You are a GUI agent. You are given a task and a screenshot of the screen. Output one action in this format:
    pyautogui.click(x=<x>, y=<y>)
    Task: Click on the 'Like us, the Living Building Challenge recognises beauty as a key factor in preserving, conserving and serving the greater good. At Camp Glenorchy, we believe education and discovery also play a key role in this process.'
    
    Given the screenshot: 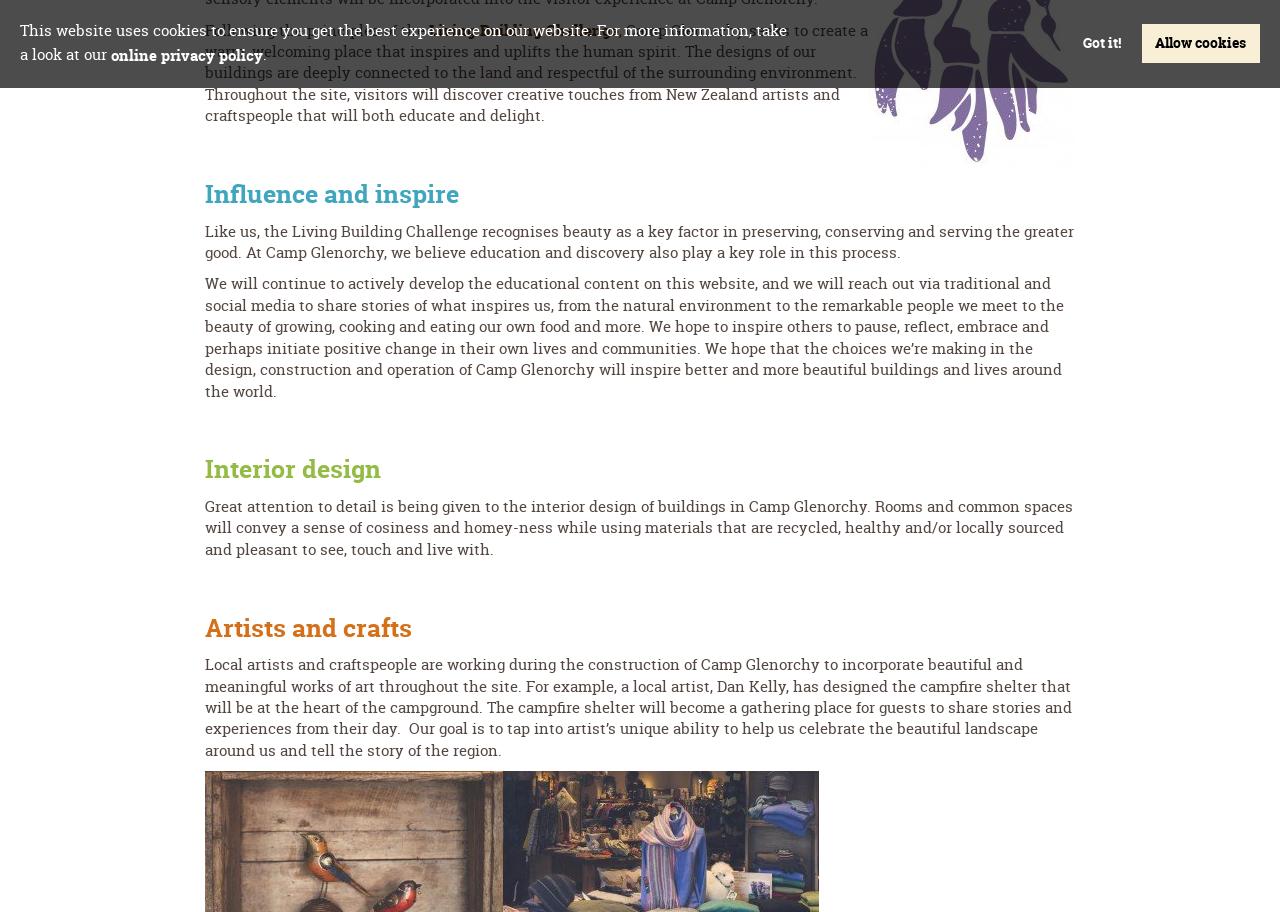 What is the action you would take?
    pyautogui.click(x=638, y=241)
    